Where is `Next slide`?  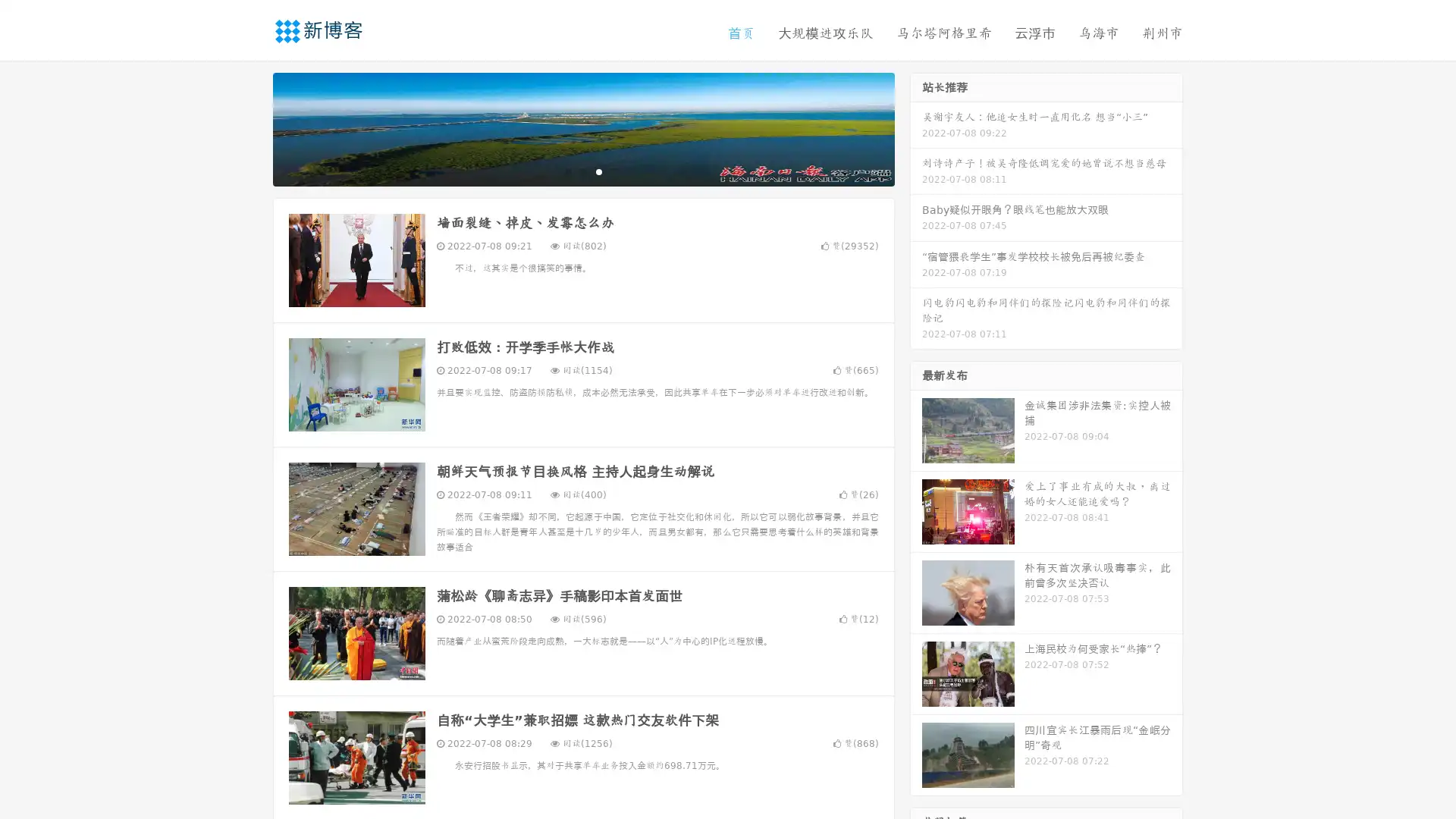 Next slide is located at coordinates (916, 127).